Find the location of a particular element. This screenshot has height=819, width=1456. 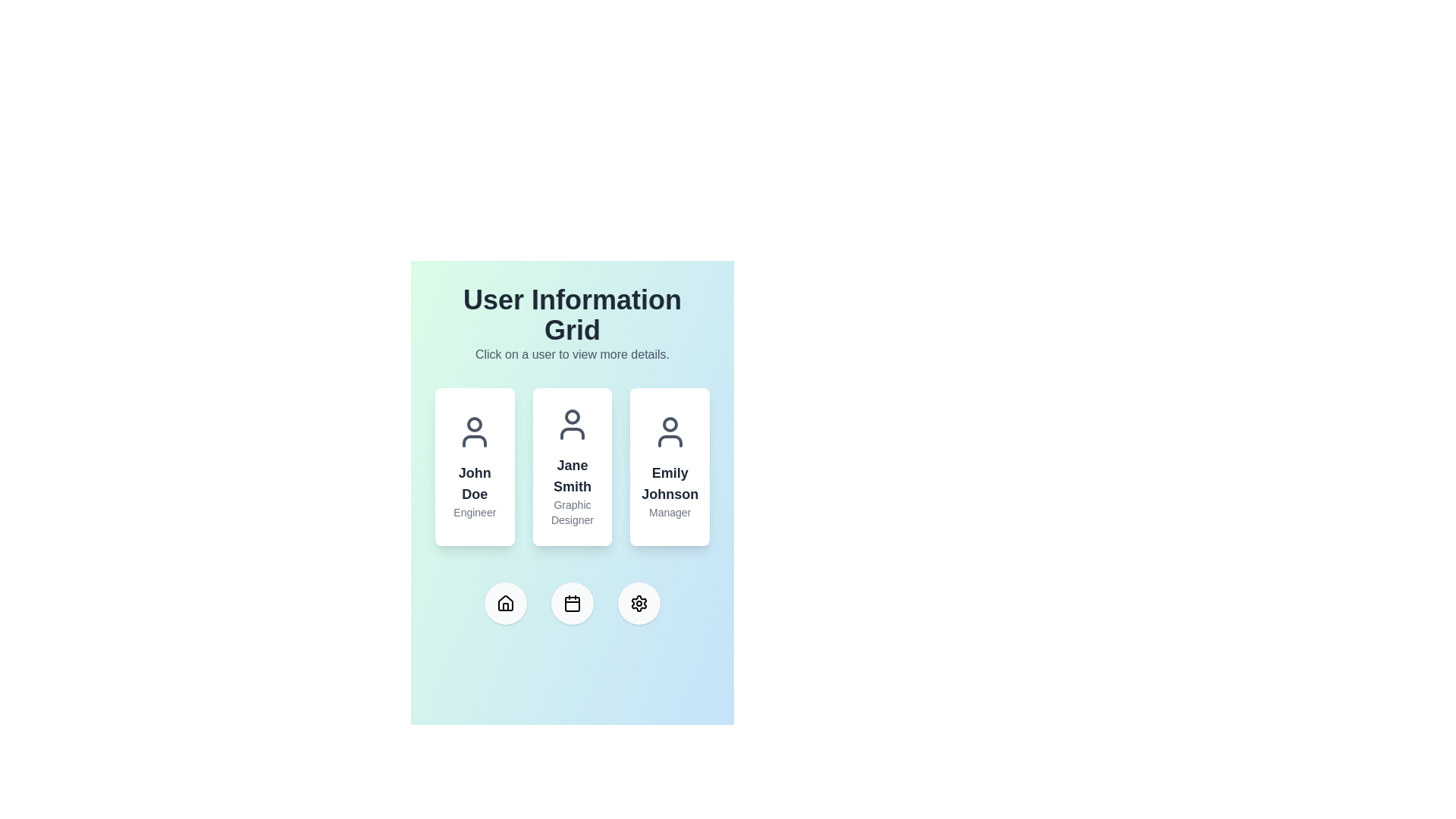

the Text label that serves as a designation label for the individual depicted in the card, located directly below the 'Jane Smith' text in the center card of a three-column user information grid is located at coordinates (571, 512).